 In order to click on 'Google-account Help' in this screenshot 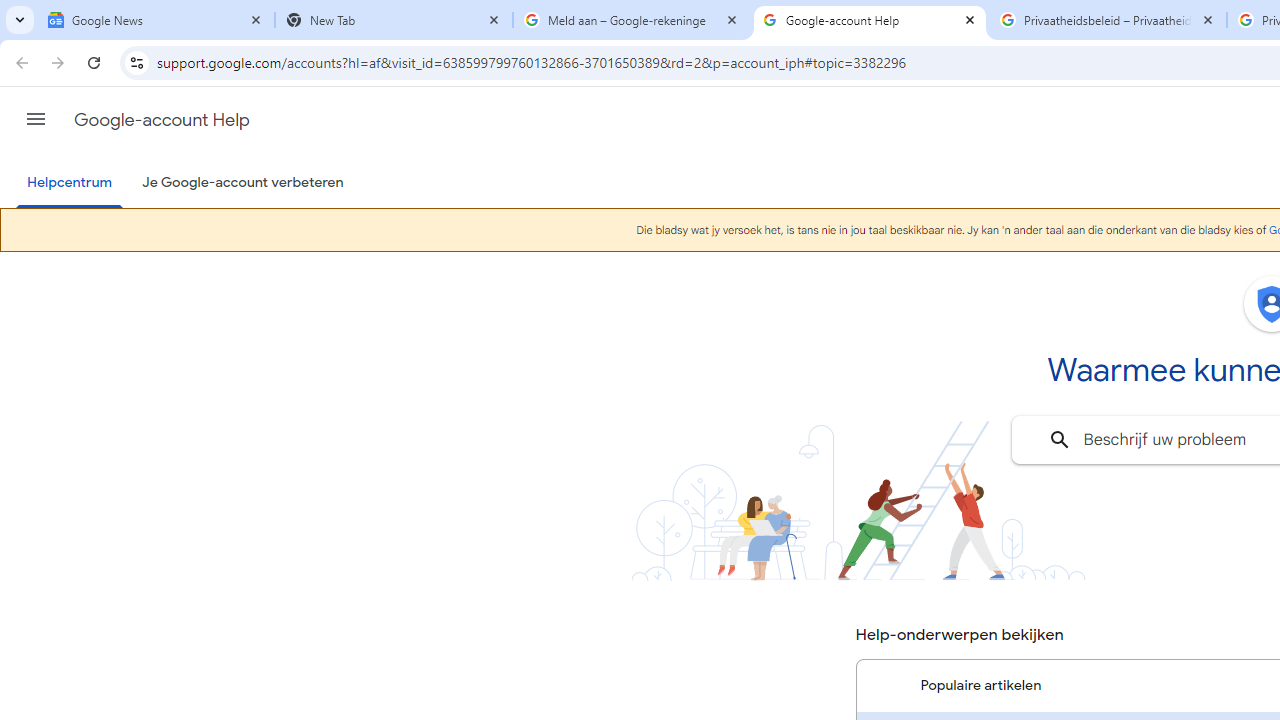, I will do `click(870, 20)`.